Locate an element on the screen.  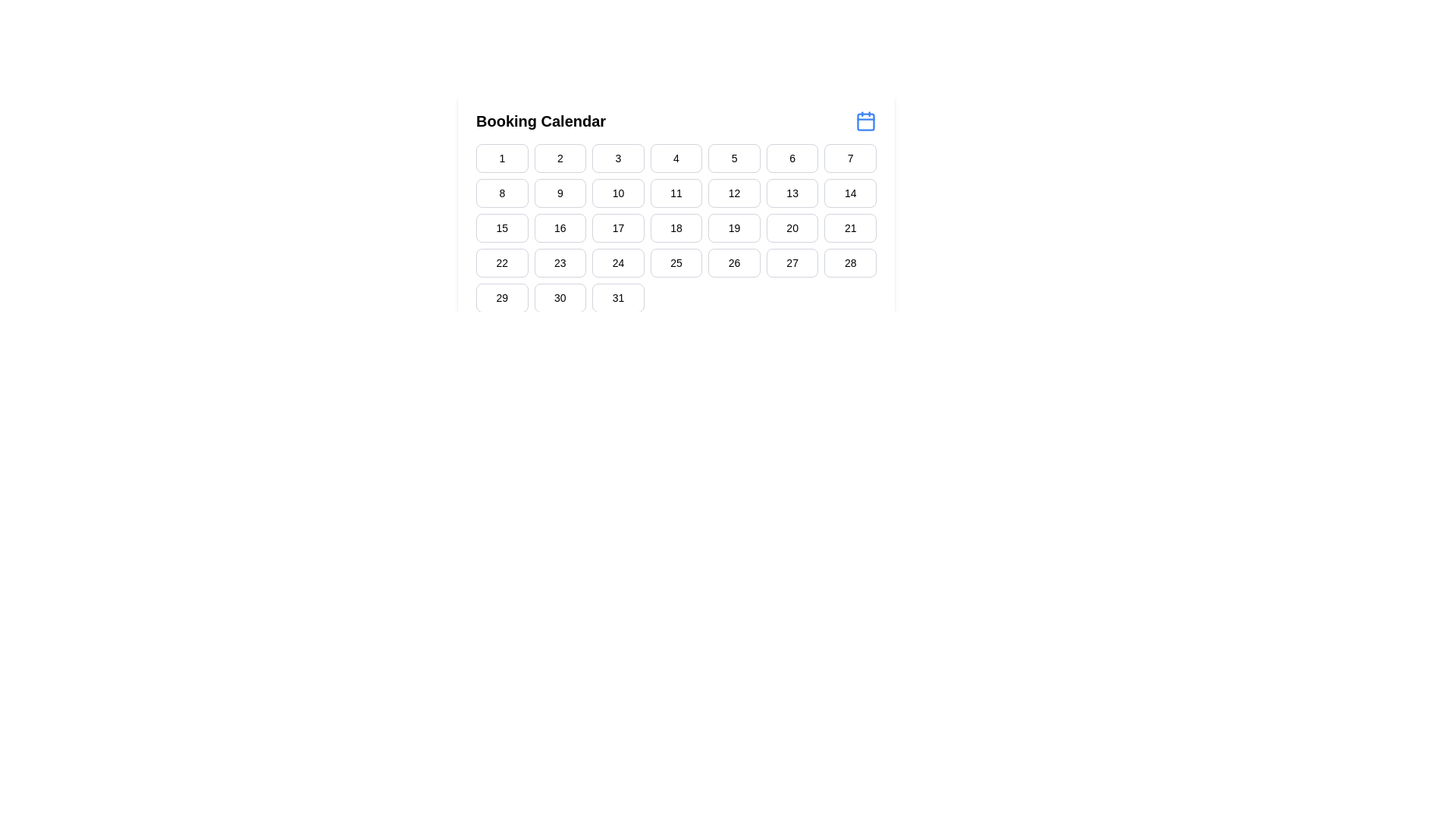
the selectable date button for the 6th of the month in the Booking Calendar is located at coordinates (792, 158).